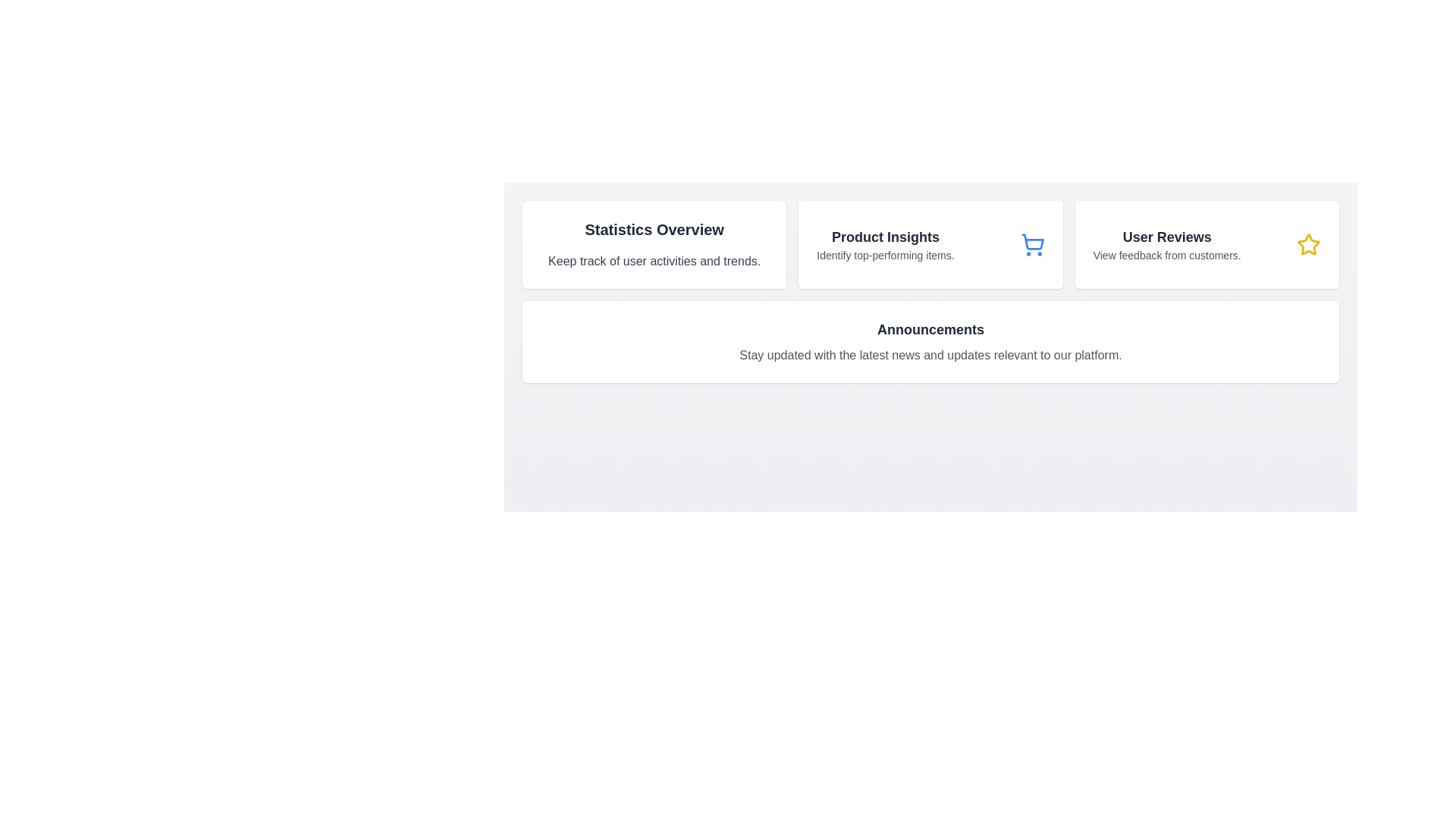  Describe the element at coordinates (885, 254) in the screenshot. I see `the static text element that describes the purpose of the 'Product Insights' section, located centrally beneath the header in the second column of the top row` at that location.